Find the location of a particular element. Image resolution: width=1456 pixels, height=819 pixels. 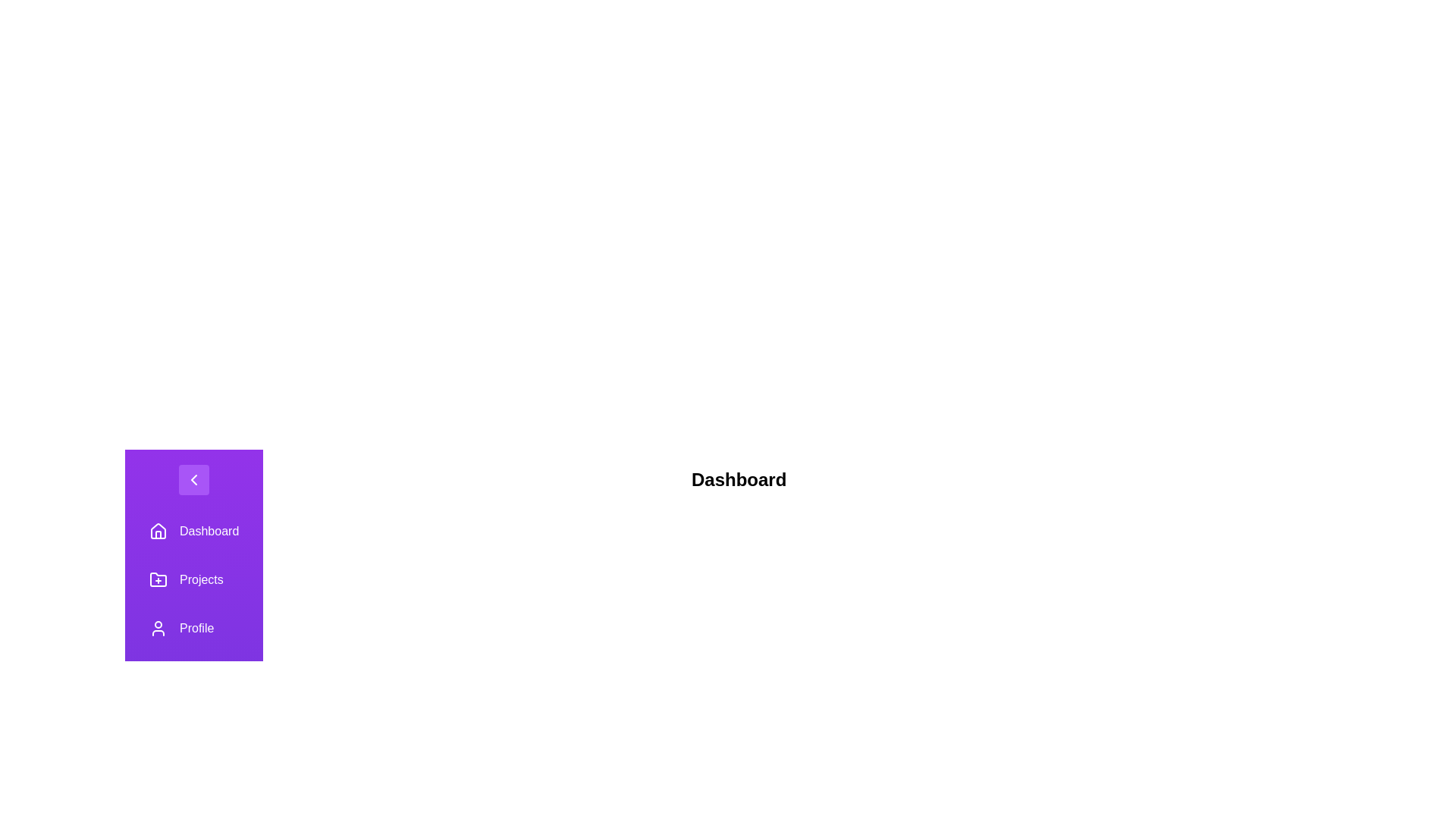

the folder icon with a plus sign inside it, which is styled with a stroke and has a purple background, located within the 'Projects' navigation item in the sidebar menu is located at coordinates (158, 579).